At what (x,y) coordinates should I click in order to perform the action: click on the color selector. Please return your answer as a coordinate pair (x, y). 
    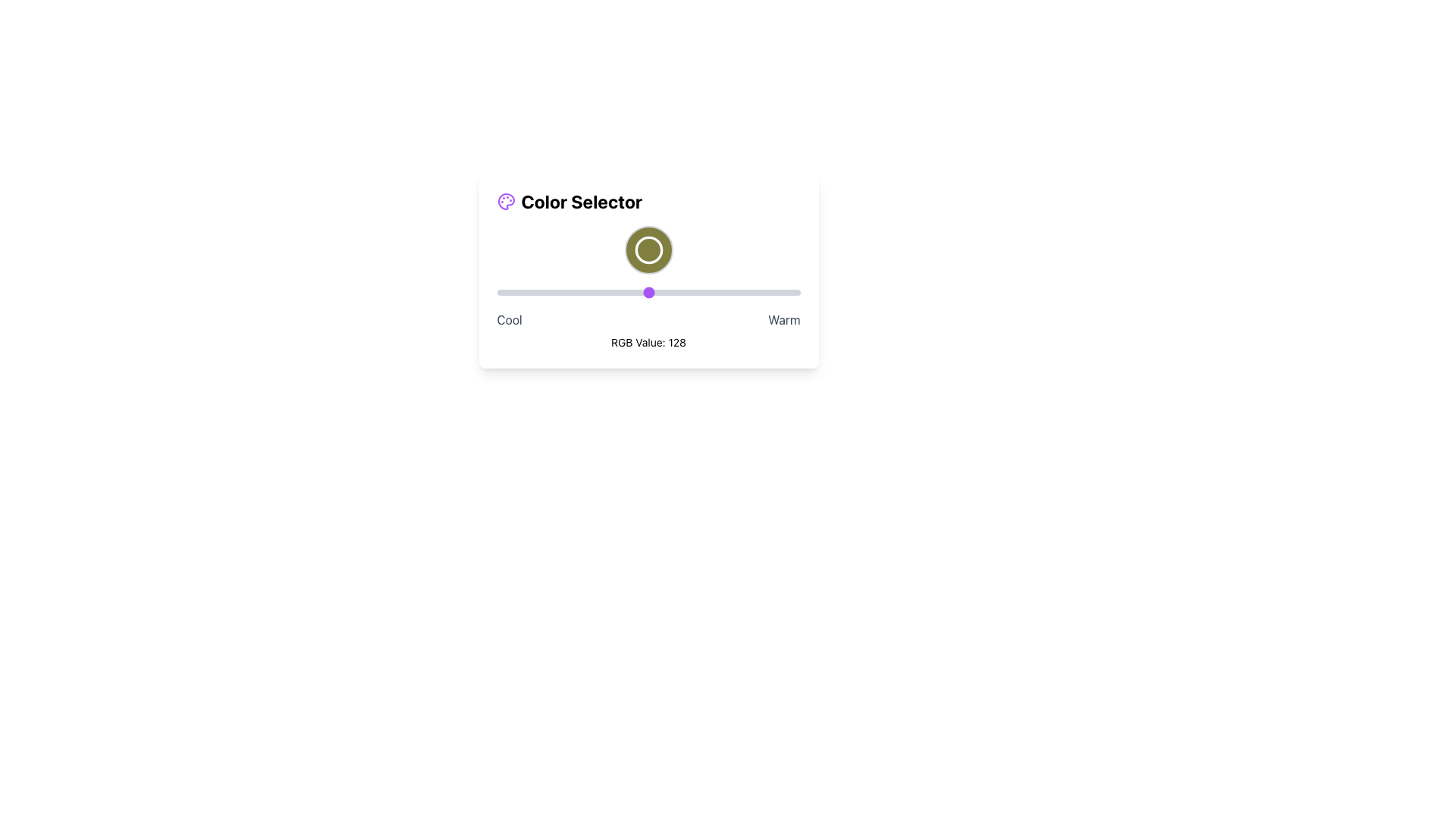
    Looking at the image, I should click on (637, 292).